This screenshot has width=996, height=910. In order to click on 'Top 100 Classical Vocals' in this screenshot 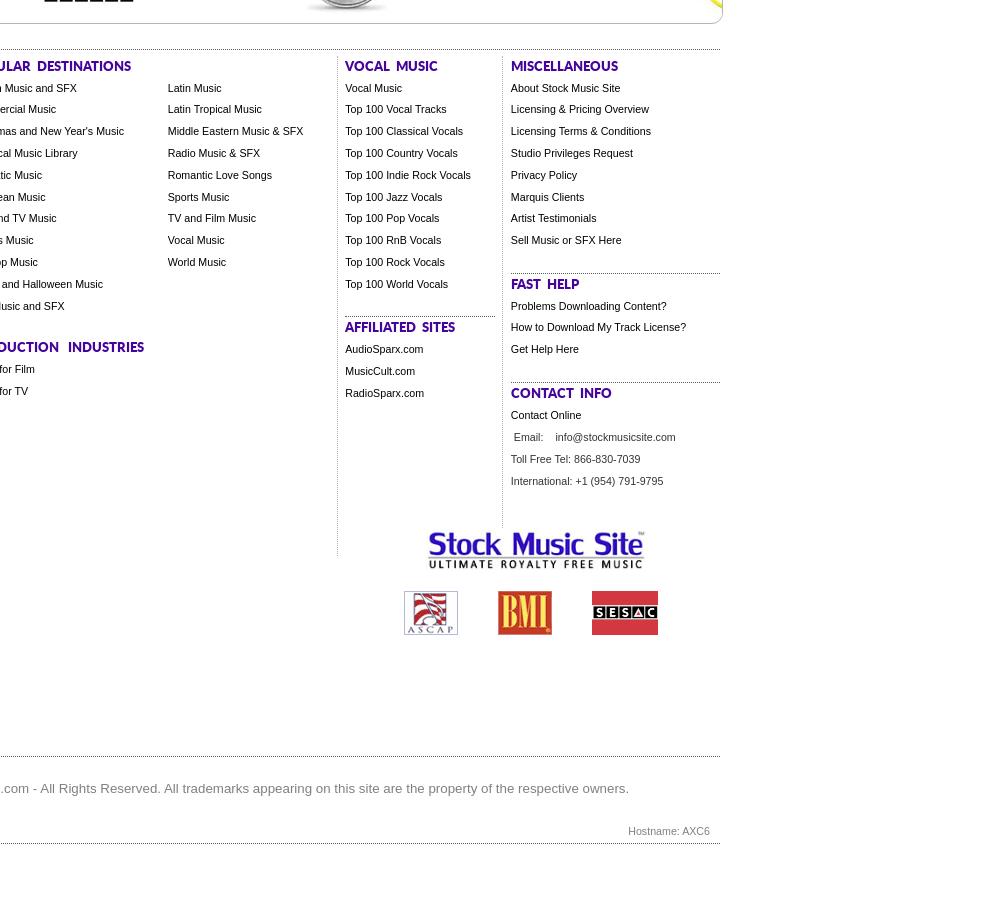, I will do `click(402, 130)`.